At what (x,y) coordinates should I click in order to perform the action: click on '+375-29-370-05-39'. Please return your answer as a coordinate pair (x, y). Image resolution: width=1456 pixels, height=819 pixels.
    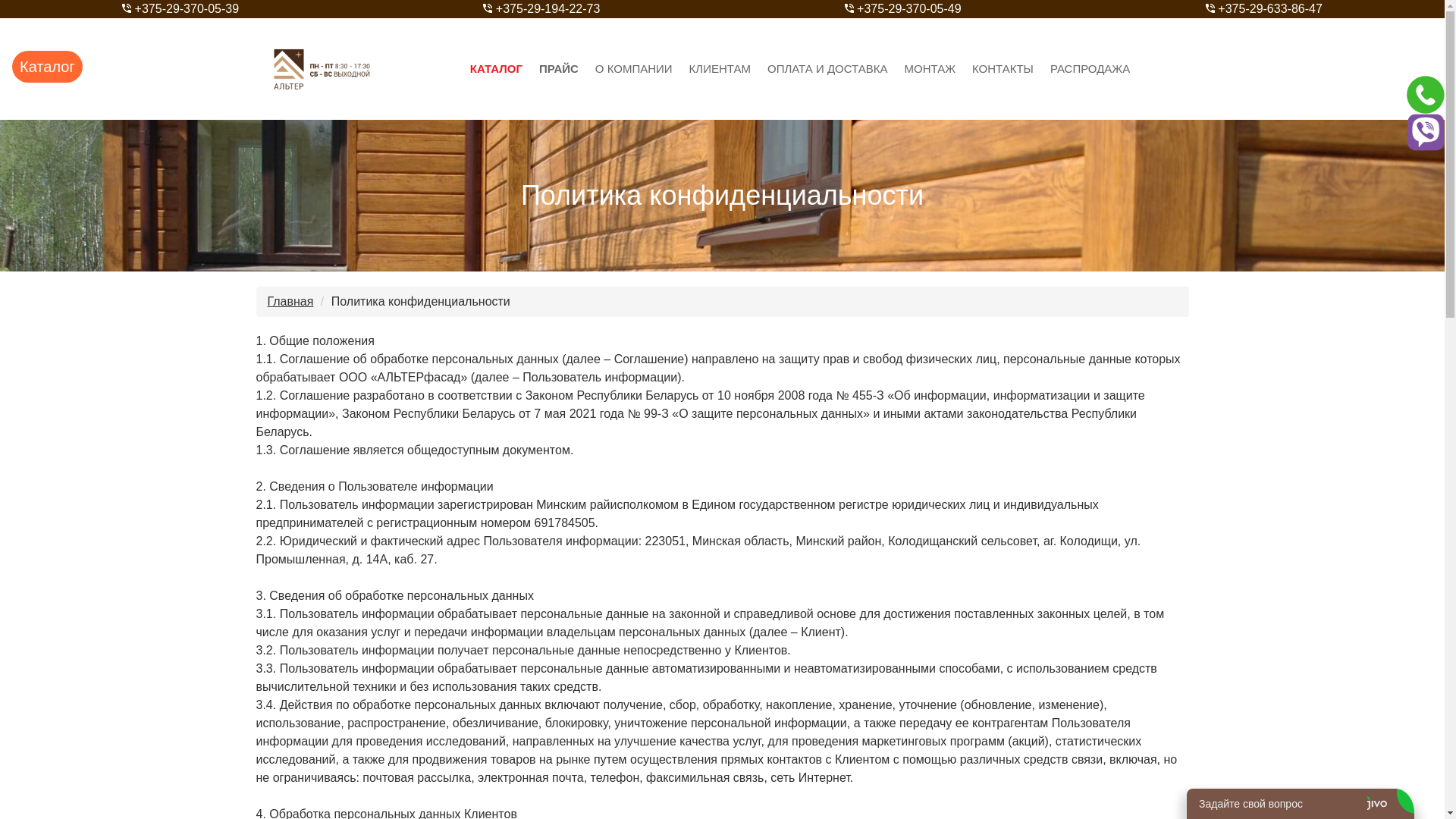
    Looking at the image, I should click on (180, 8).